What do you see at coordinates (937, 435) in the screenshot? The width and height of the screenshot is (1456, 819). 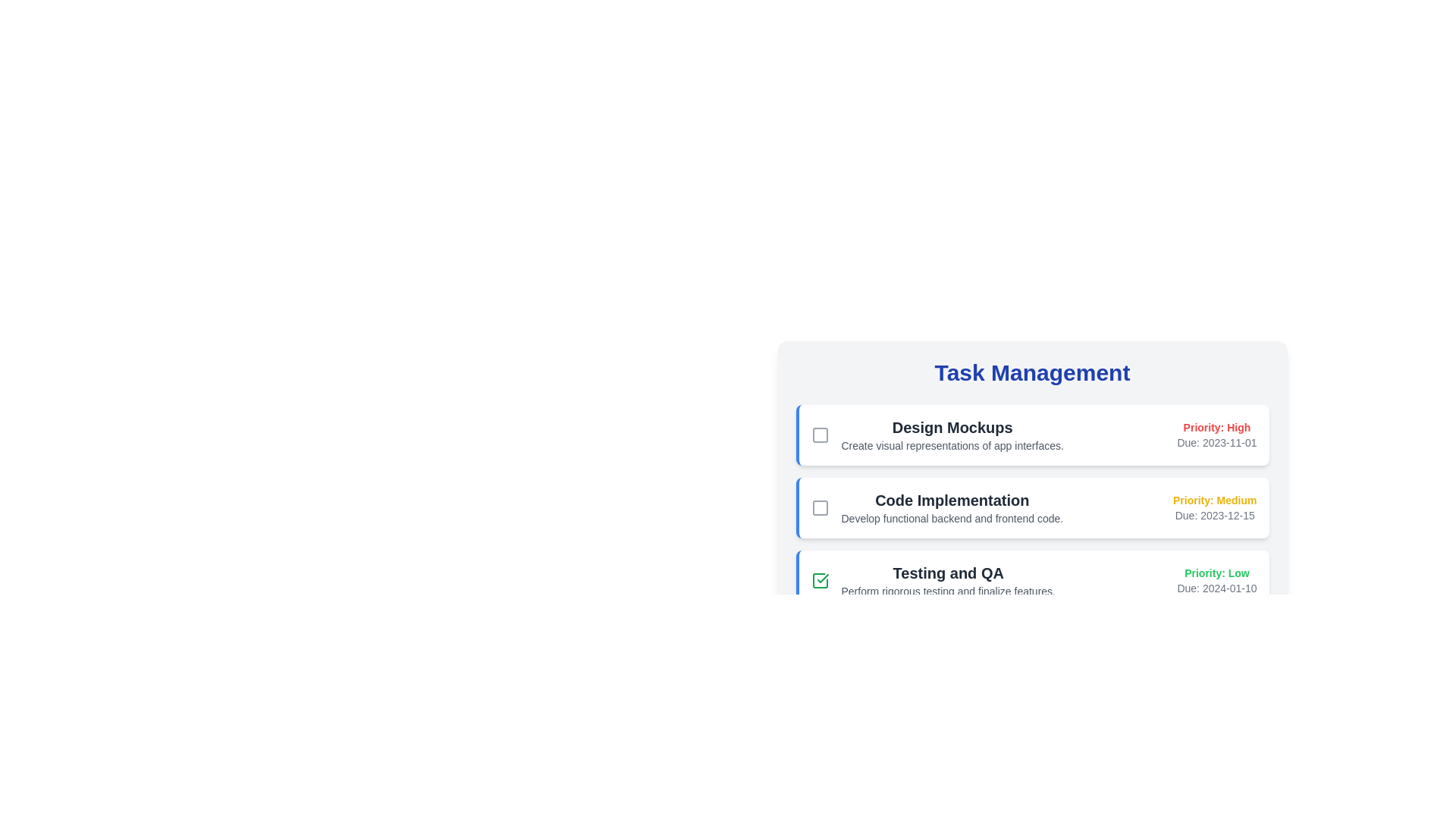 I see `the task item named 'Design Mockups'` at bounding box center [937, 435].